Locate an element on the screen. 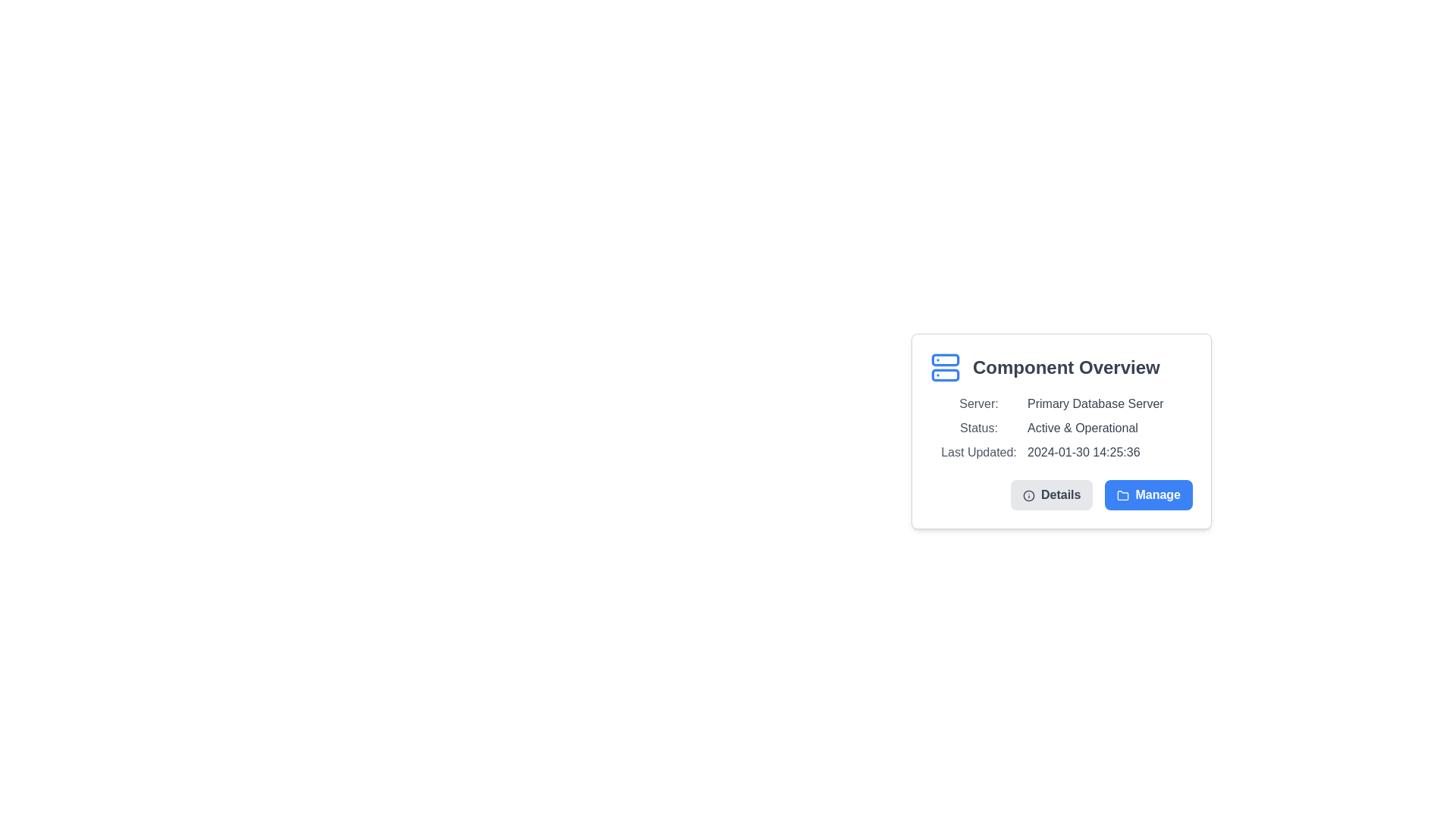  the decorative icon representing the server component next to the 'Component Overview' heading is located at coordinates (945, 368).